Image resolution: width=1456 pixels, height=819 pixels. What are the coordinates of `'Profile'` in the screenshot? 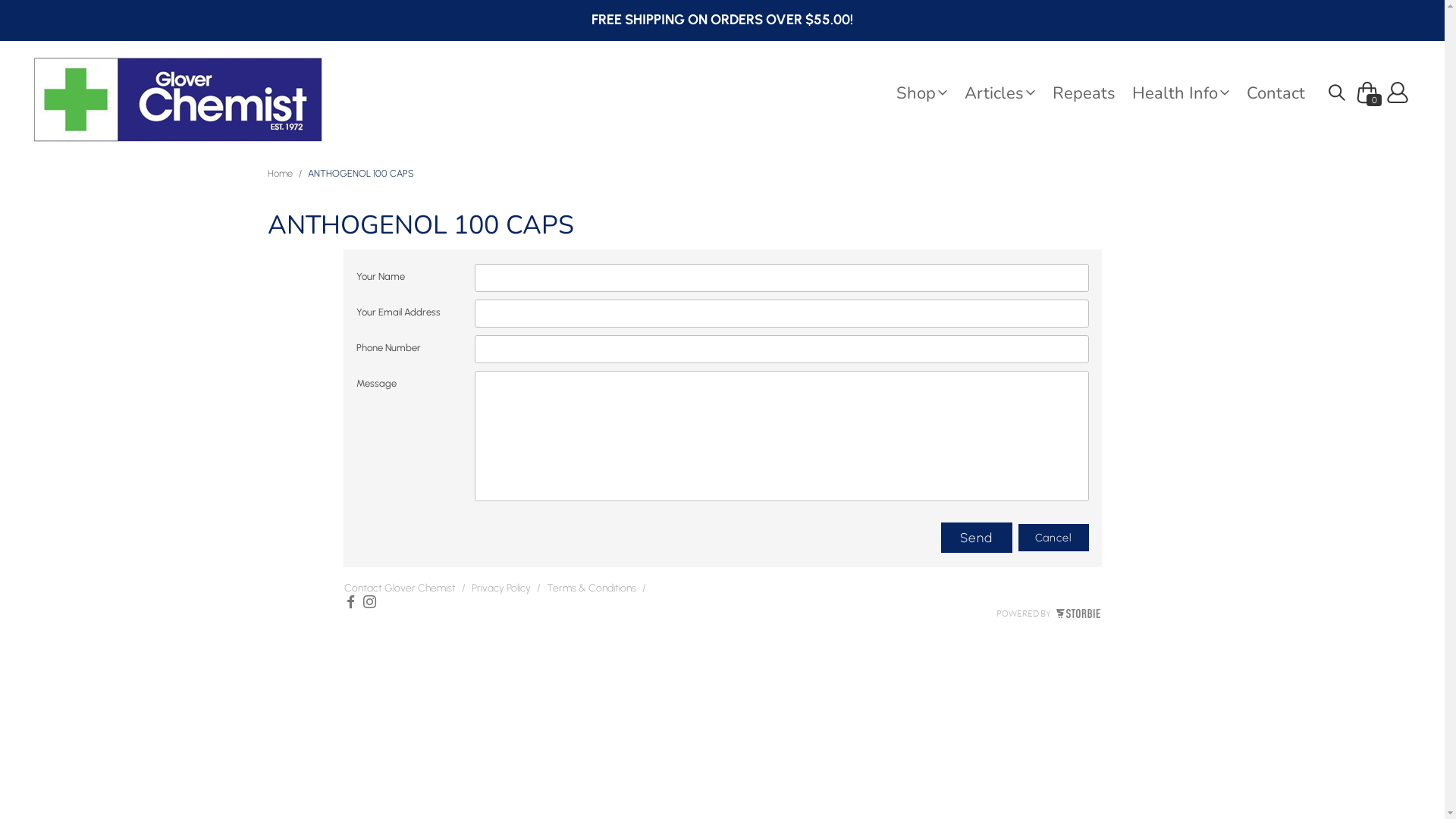 It's located at (1382, 93).